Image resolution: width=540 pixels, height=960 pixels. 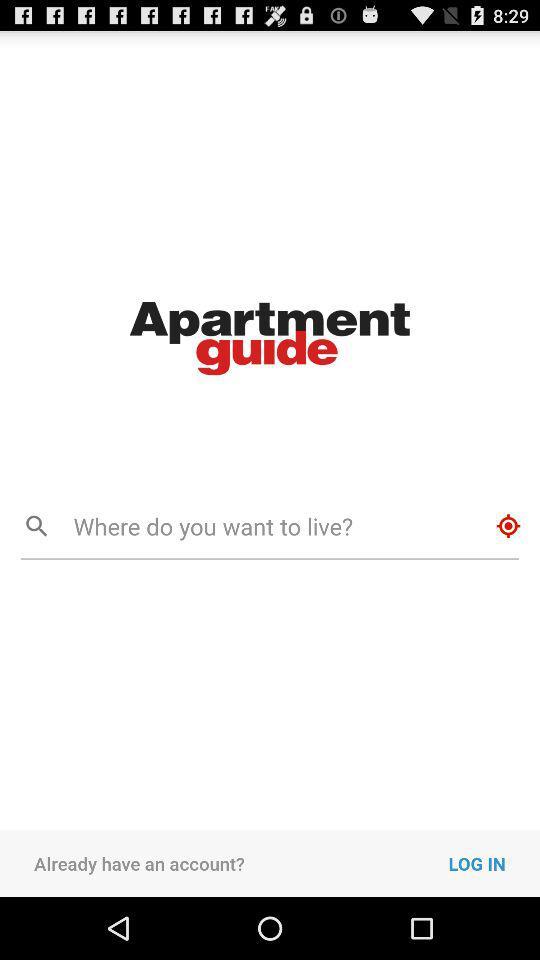 I want to click on the icon on the right, so click(x=508, y=525).